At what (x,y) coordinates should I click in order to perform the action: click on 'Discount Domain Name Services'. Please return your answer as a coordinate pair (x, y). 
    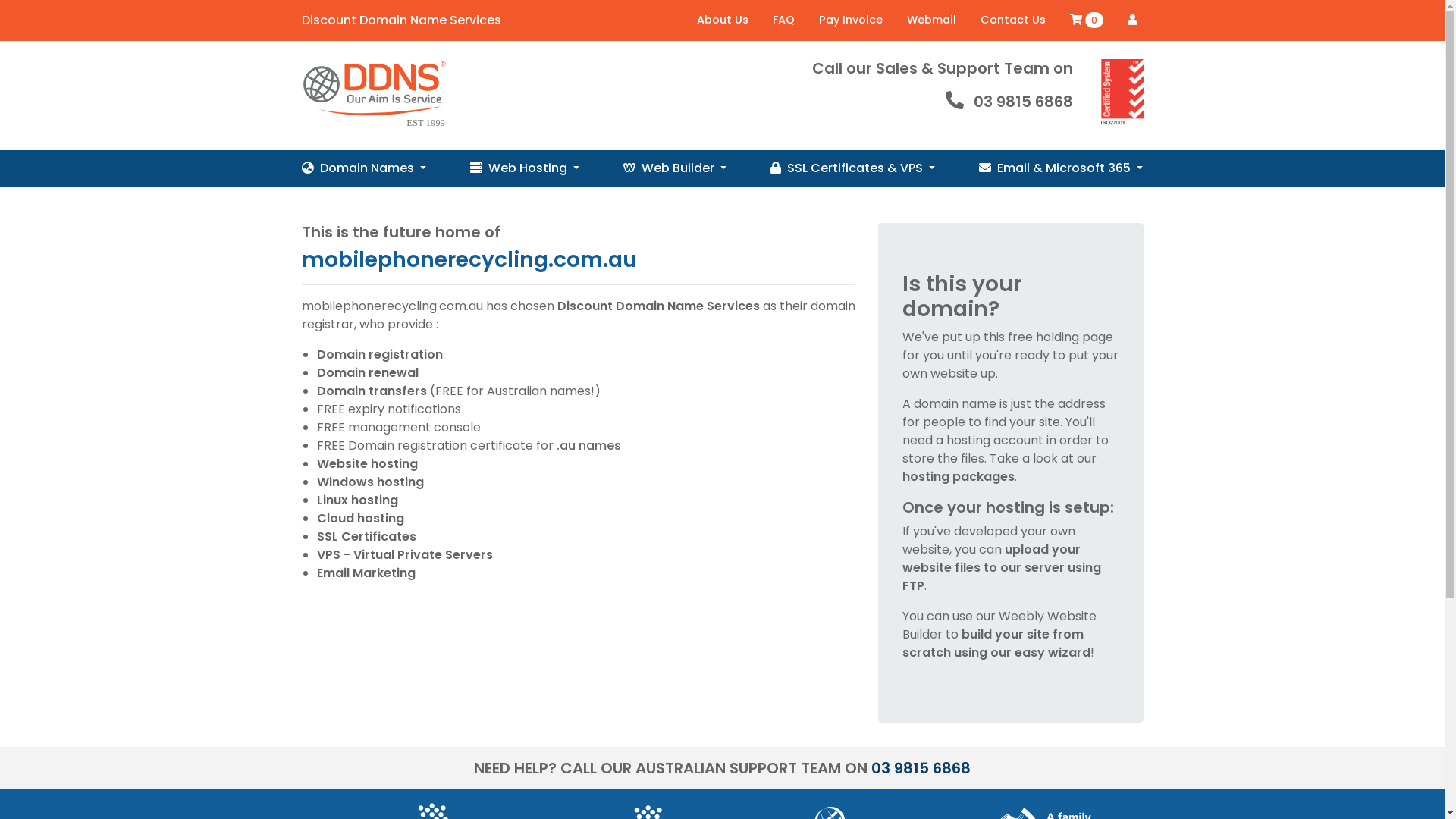
    Looking at the image, I should click on (401, 20).